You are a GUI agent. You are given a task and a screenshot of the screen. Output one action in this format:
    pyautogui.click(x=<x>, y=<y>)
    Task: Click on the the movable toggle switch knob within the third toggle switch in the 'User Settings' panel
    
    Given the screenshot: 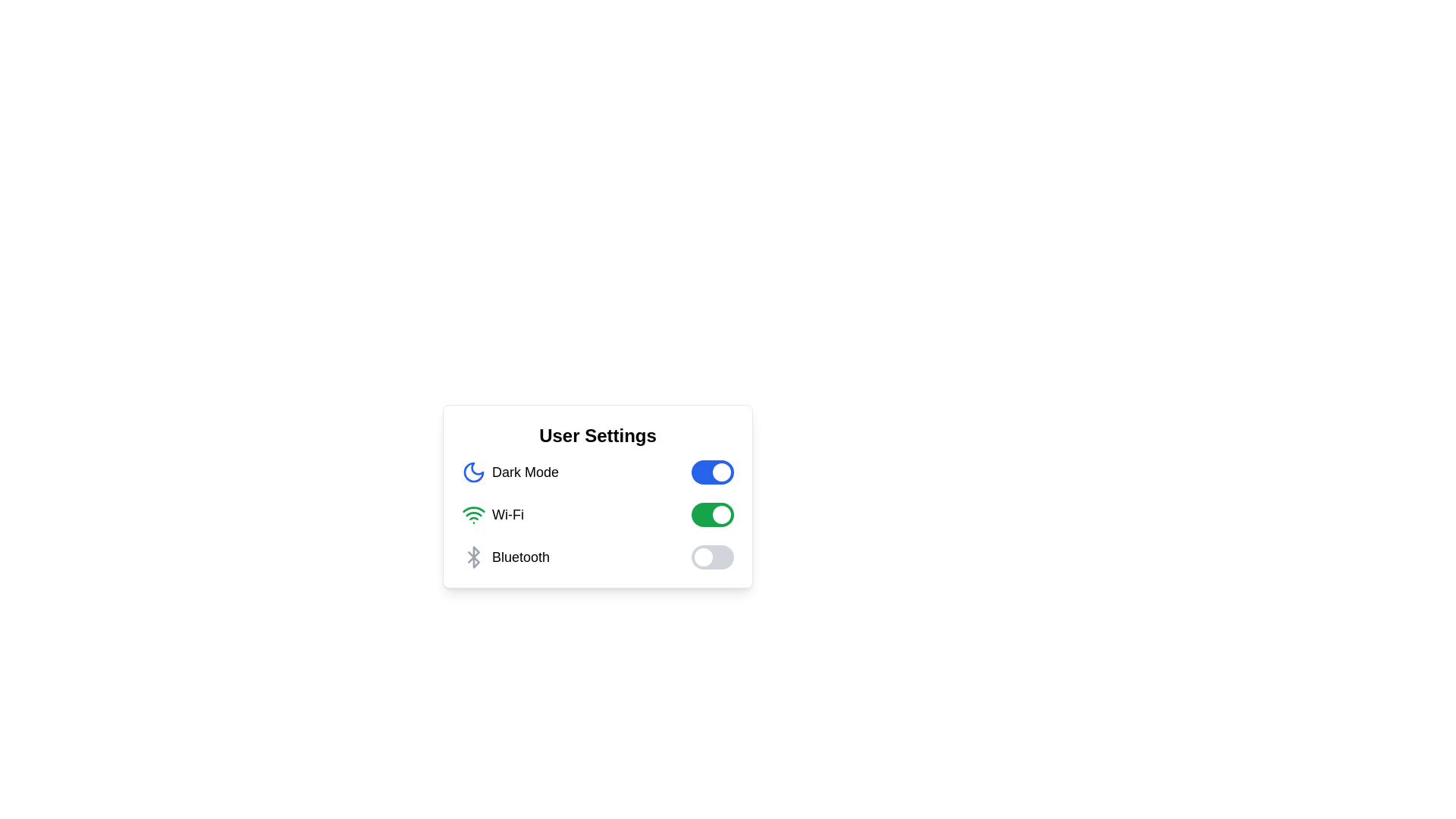 What is the action you would take?
    pyautogui.click(x=702, y=557)
    